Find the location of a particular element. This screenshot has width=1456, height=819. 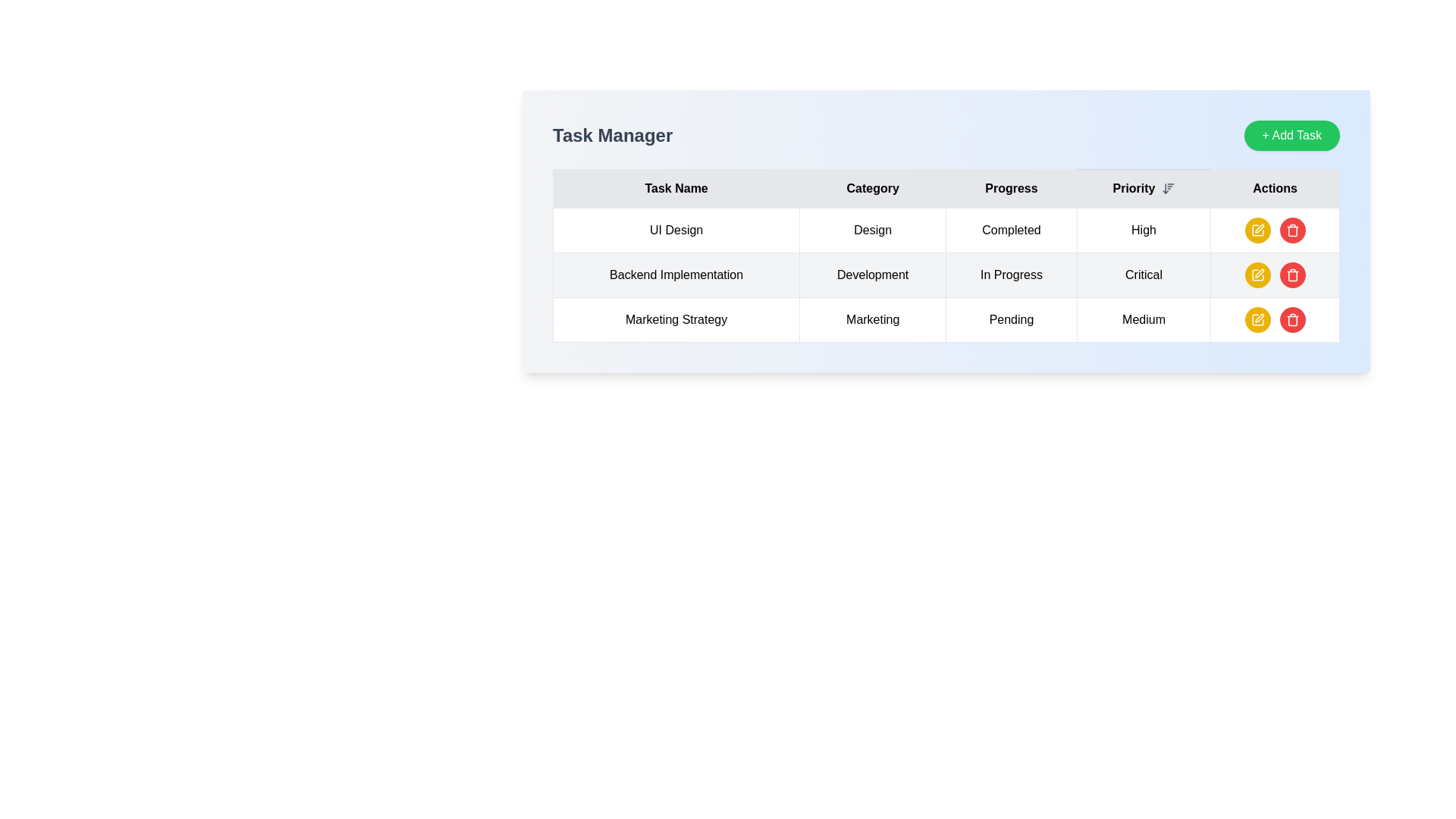

the yellow circular icon button resembling a pen in the 'Actions' column of the third row, next to the 'Marketing Strategy' task is located at coordinates (1257, 318).